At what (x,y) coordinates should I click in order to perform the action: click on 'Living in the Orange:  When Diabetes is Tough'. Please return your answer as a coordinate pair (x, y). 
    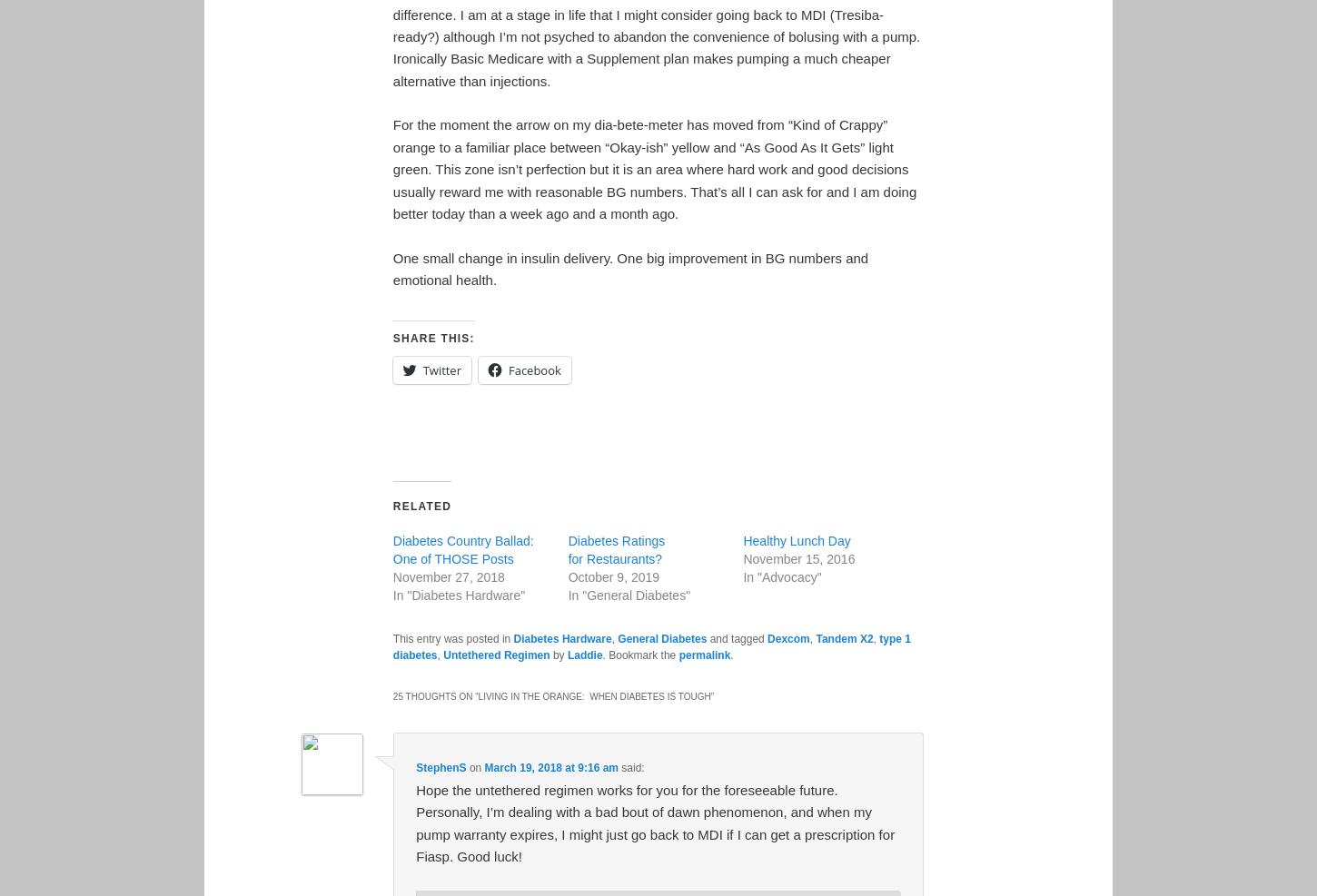
    Looking at the image, I should click on (592, 695).